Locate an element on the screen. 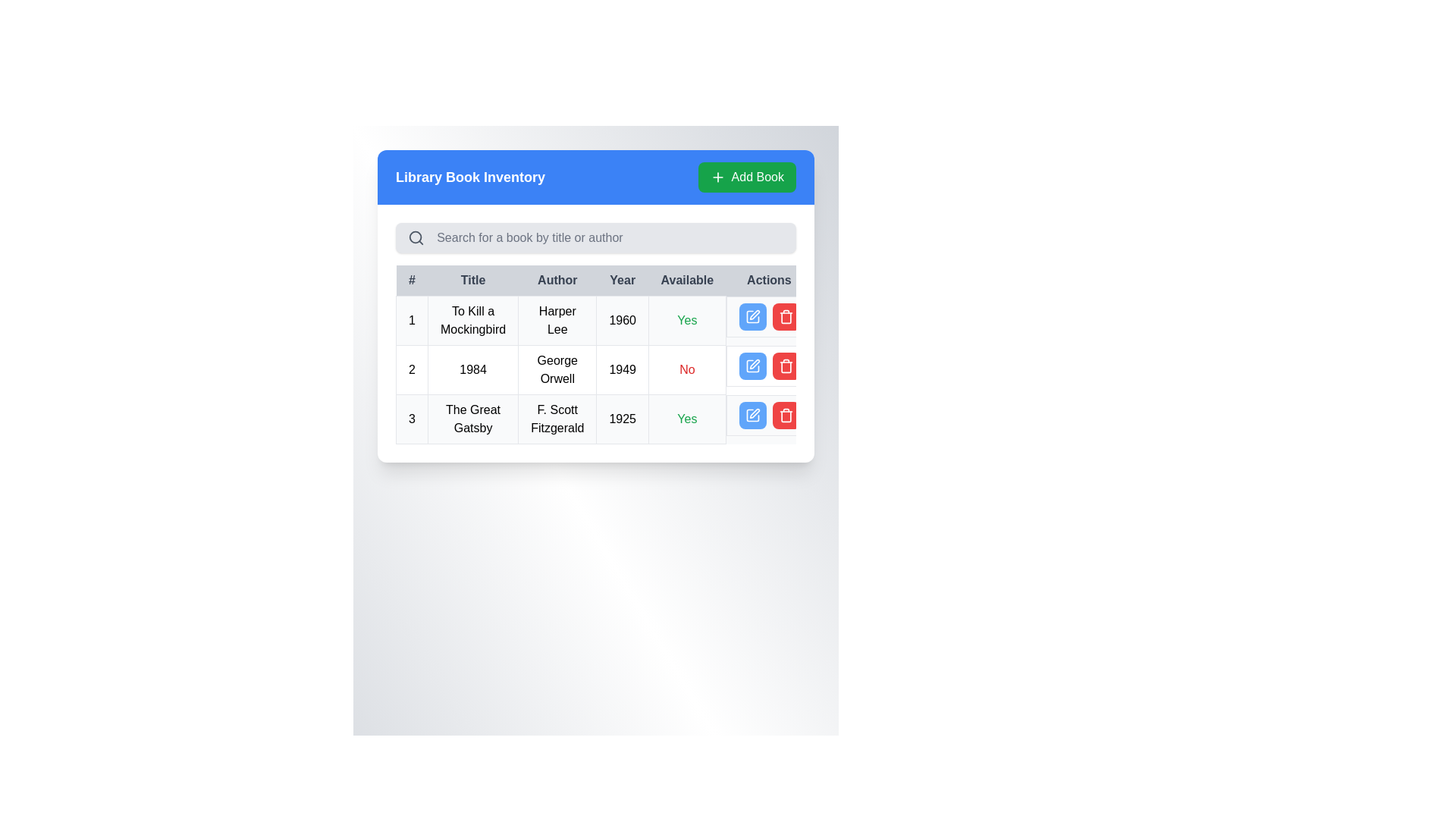  the first table row displaying the book title 'To Kill a Mockingbird' by author 'Harper Lee' is located at coordinates (604, 320).